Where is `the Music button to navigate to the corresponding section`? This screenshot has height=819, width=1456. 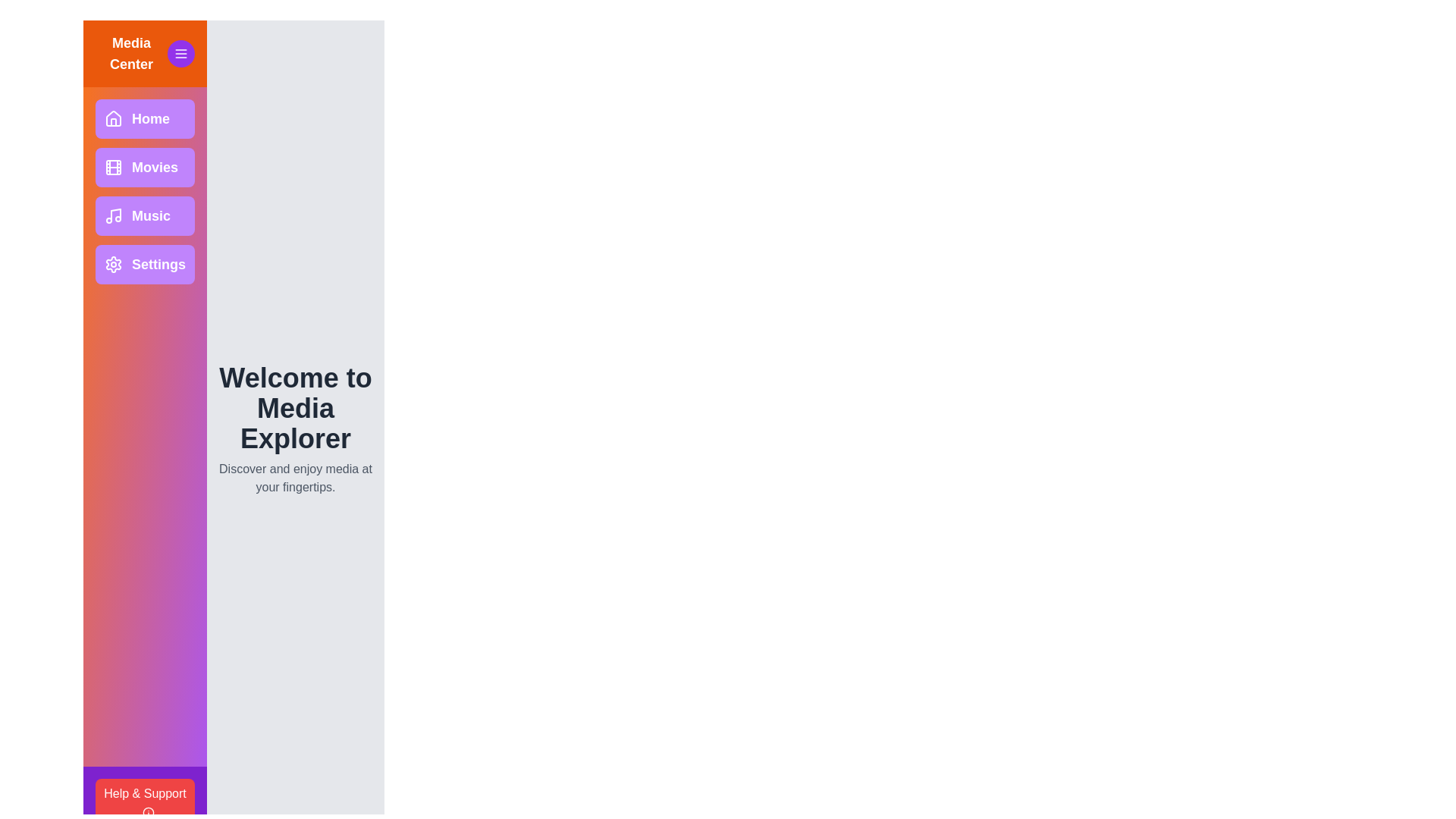 the Music button to navigate to the corresponding section is located at coordinates (145, 216).